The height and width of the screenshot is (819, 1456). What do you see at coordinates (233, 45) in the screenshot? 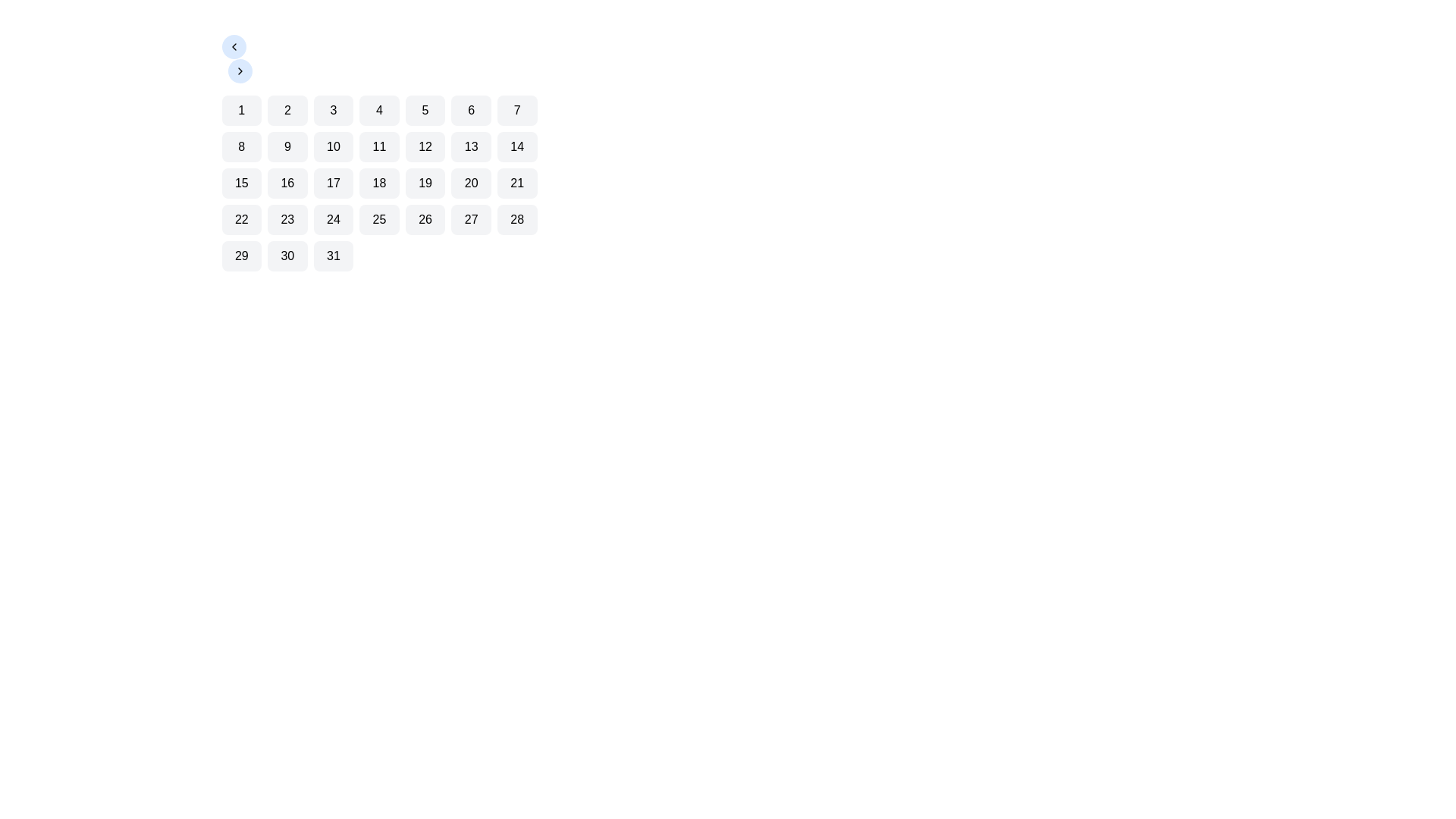
I see `the circular button with a light blue background and a black left-pointing chevron icon` at bounding box center [233, 45].